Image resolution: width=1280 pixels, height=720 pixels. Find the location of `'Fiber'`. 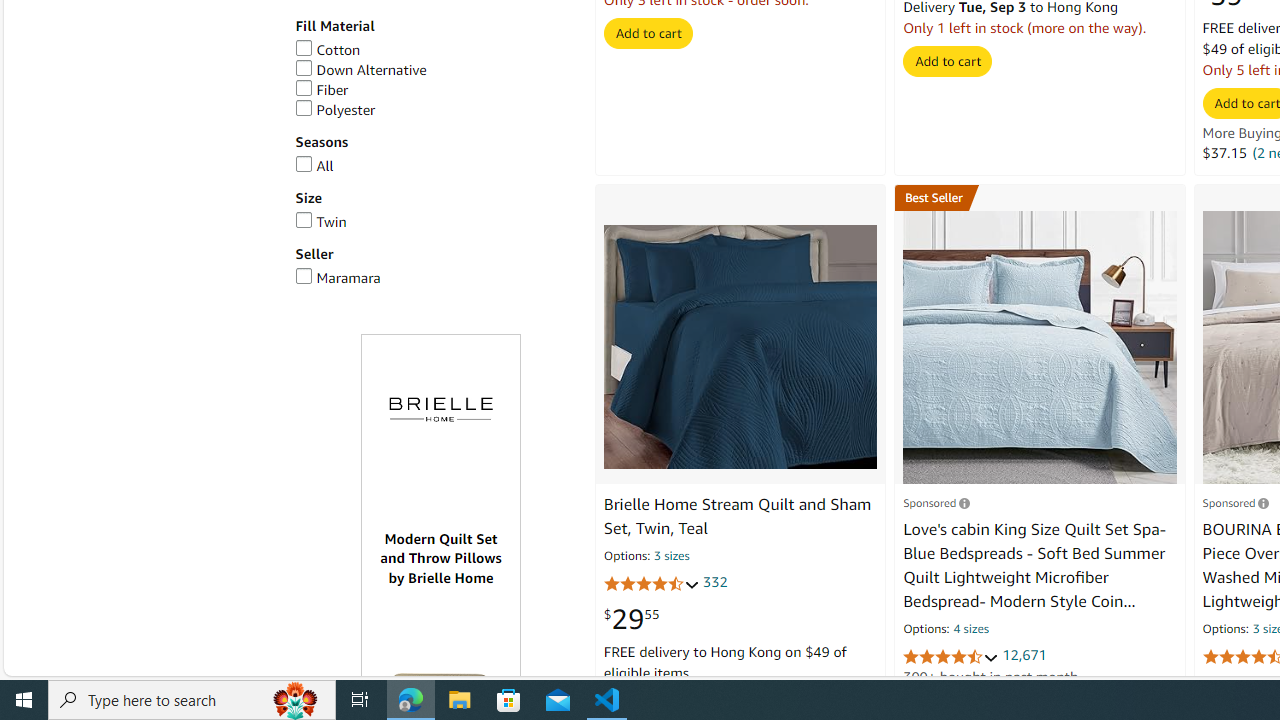

'Fiber' is located at coordinates (321, 90).